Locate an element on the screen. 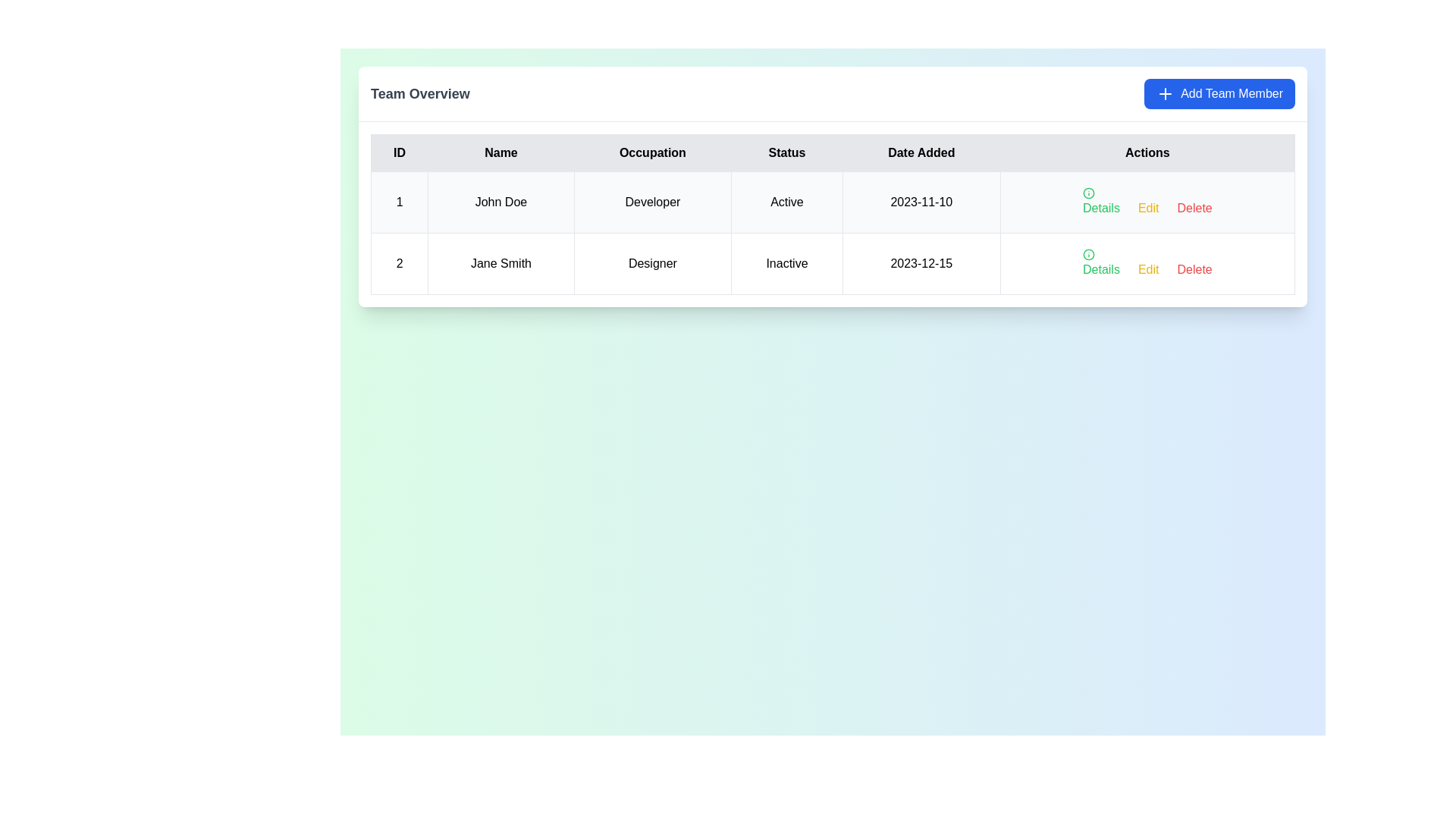 The height and width of the screenshot is (819, 1456). the text-based table cell that identifies the row for 'John Doe' in the first column of the first row of the table is located at coordinates (400, 201).